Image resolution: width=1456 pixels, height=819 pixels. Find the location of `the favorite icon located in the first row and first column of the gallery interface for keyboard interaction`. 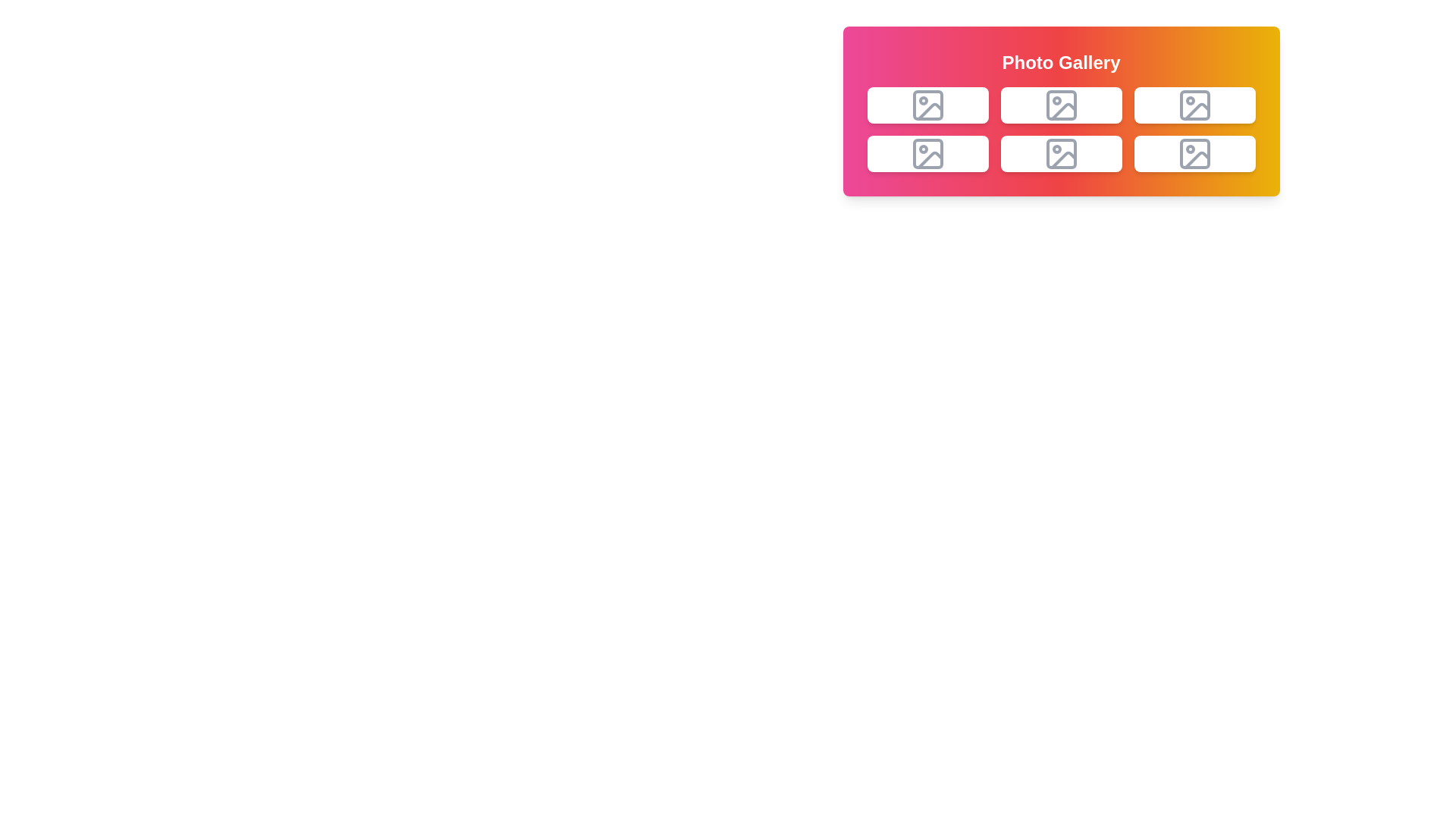

the favorite icon located in the first row and first column of the gallery interface for keyboard interaction is located at coordinates (946, 104).